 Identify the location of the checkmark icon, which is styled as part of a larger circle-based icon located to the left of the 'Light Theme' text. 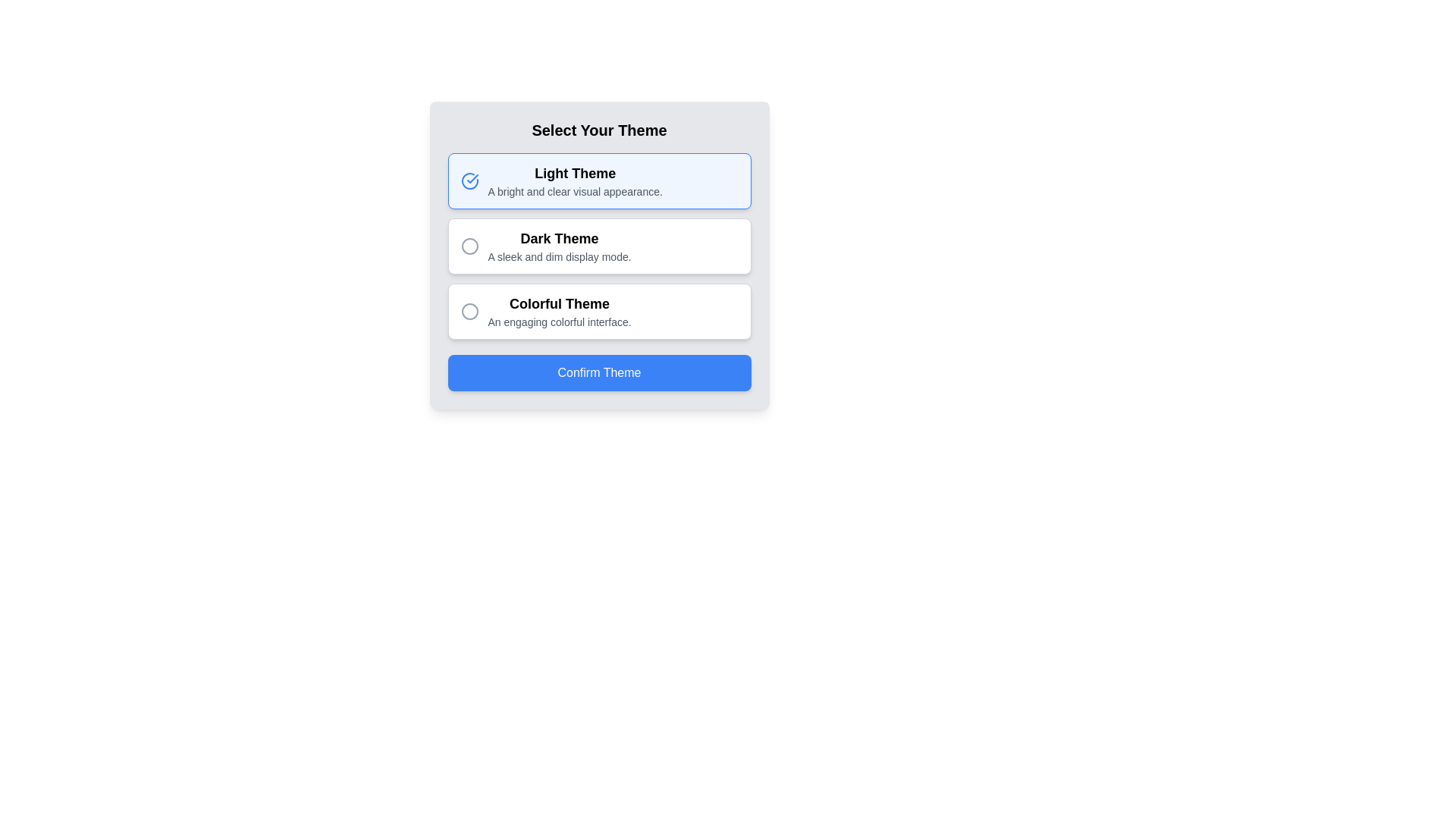
(472, 177).